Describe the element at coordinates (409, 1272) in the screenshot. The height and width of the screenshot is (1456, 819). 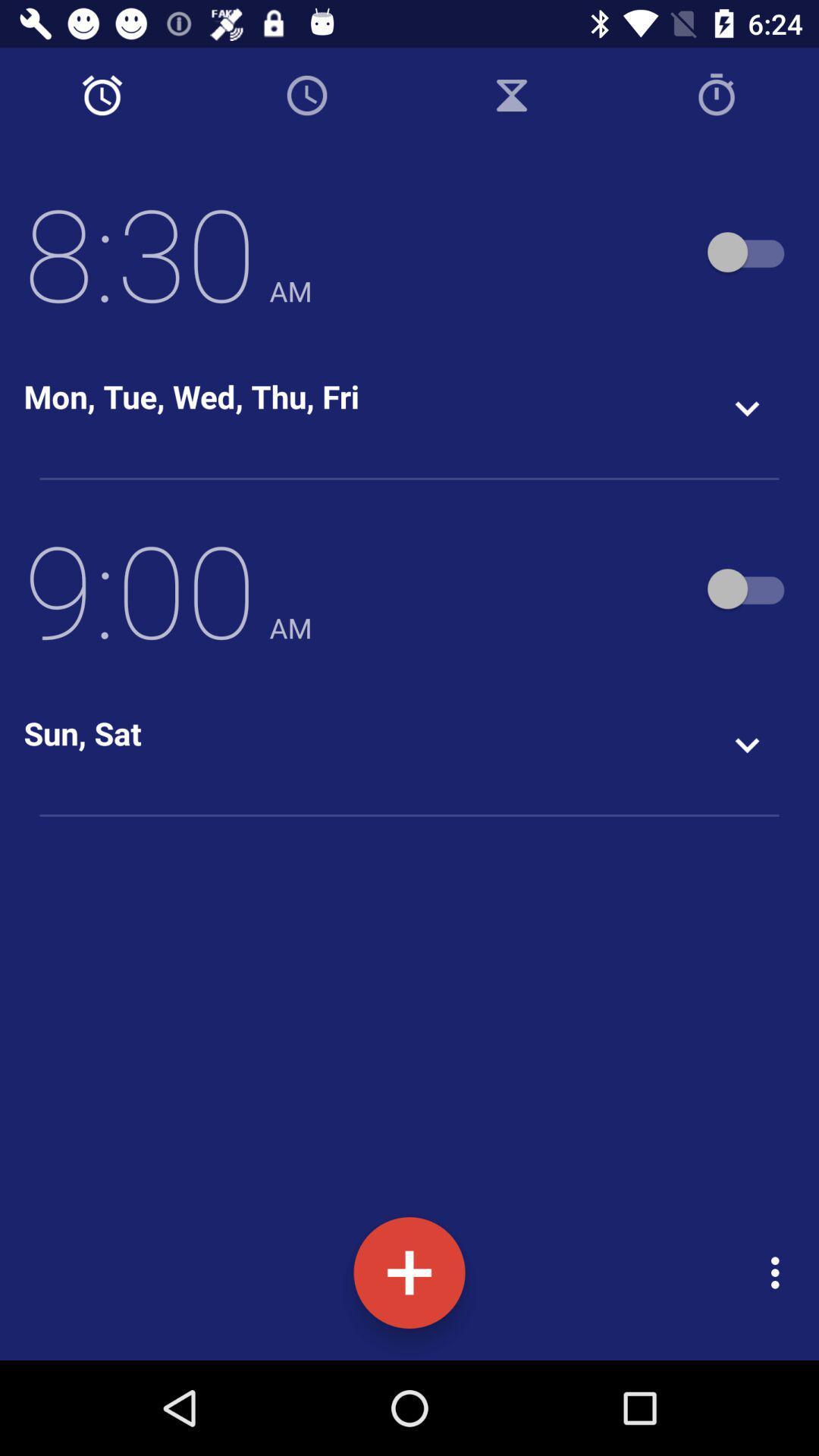
I see `on` at that location.